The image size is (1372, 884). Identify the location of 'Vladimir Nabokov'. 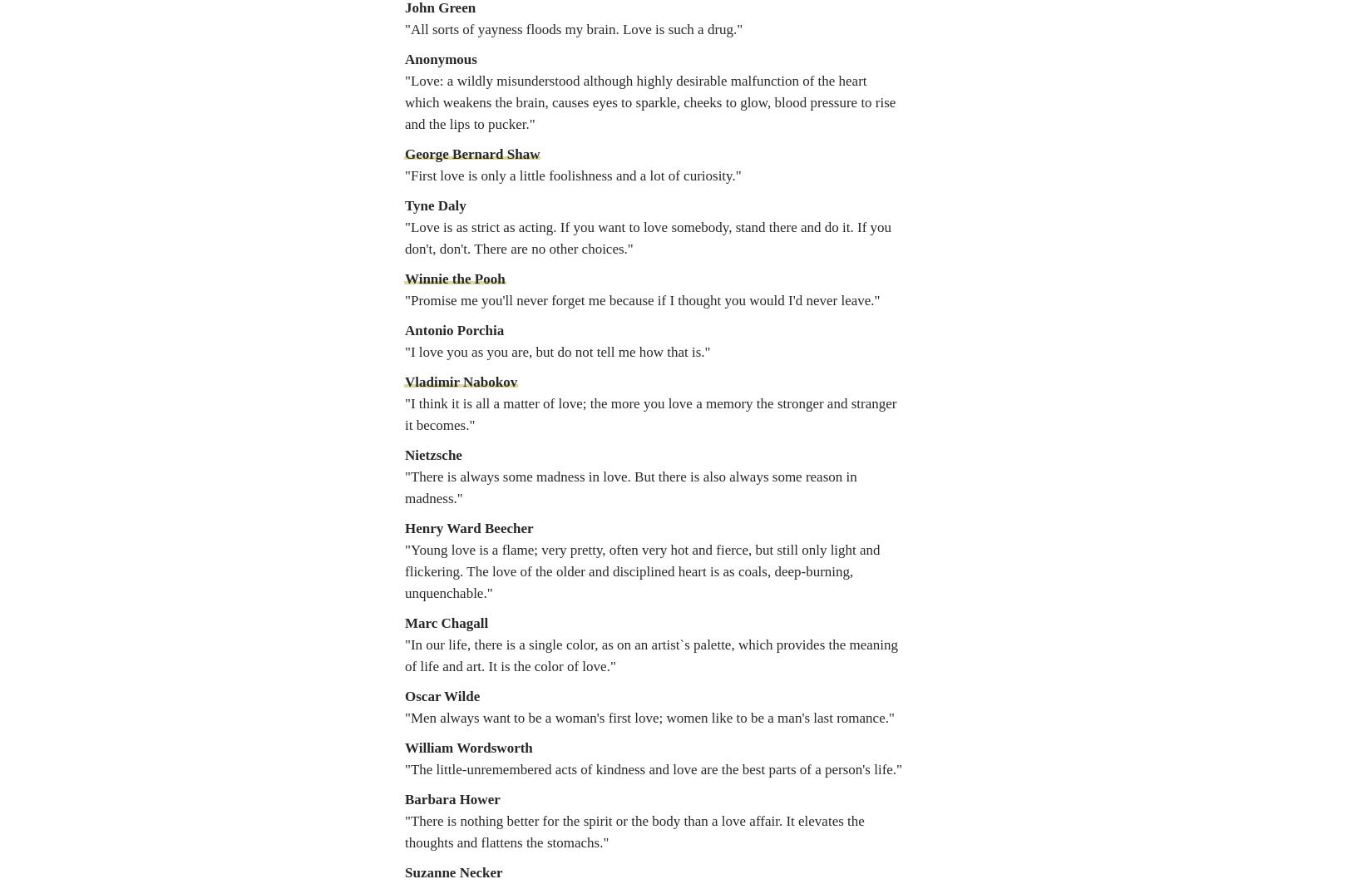
(460, 382).